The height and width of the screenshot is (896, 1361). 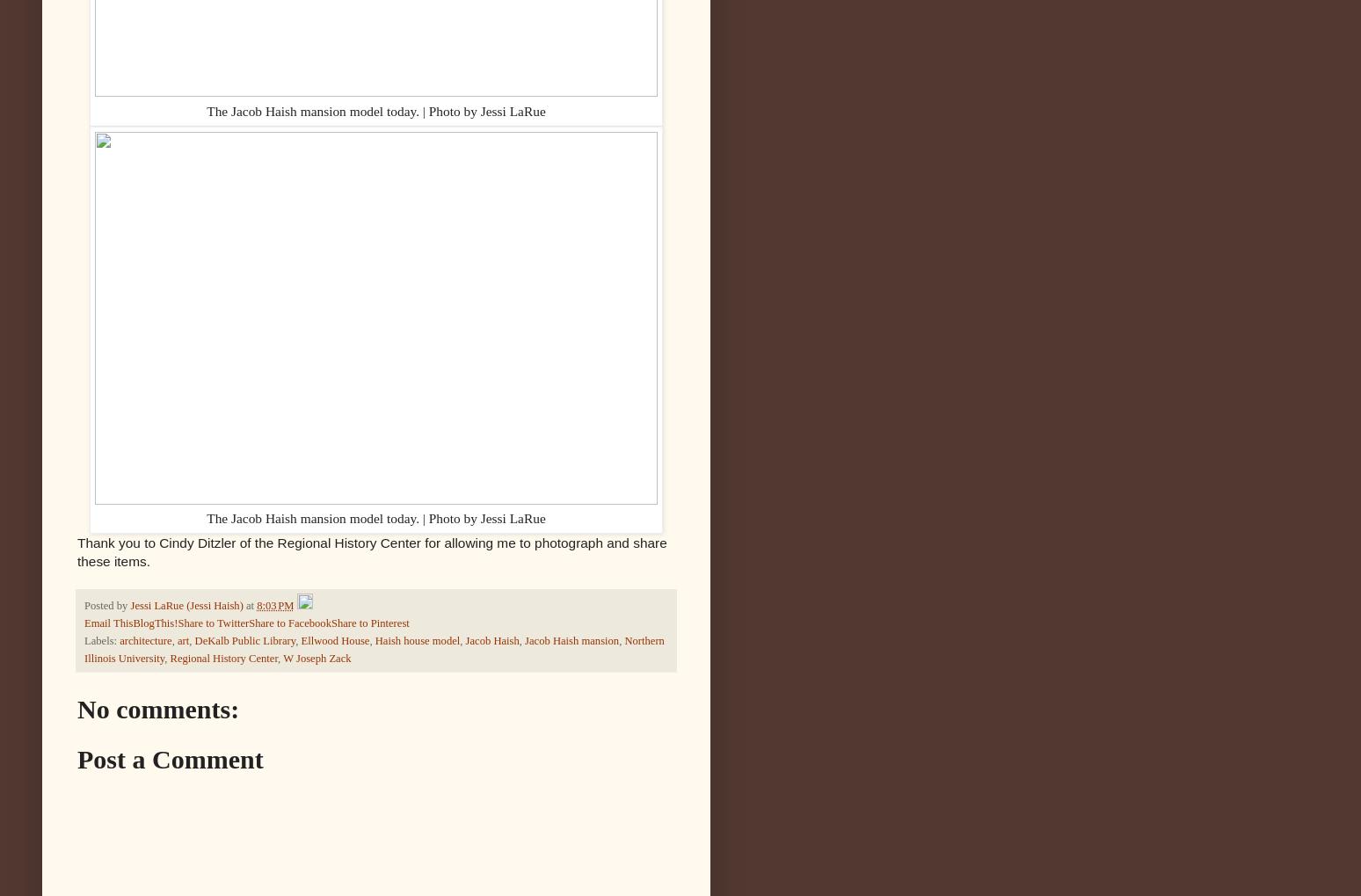 I want to click on 'DeKalb Public Library', so click(x=244, y=640).